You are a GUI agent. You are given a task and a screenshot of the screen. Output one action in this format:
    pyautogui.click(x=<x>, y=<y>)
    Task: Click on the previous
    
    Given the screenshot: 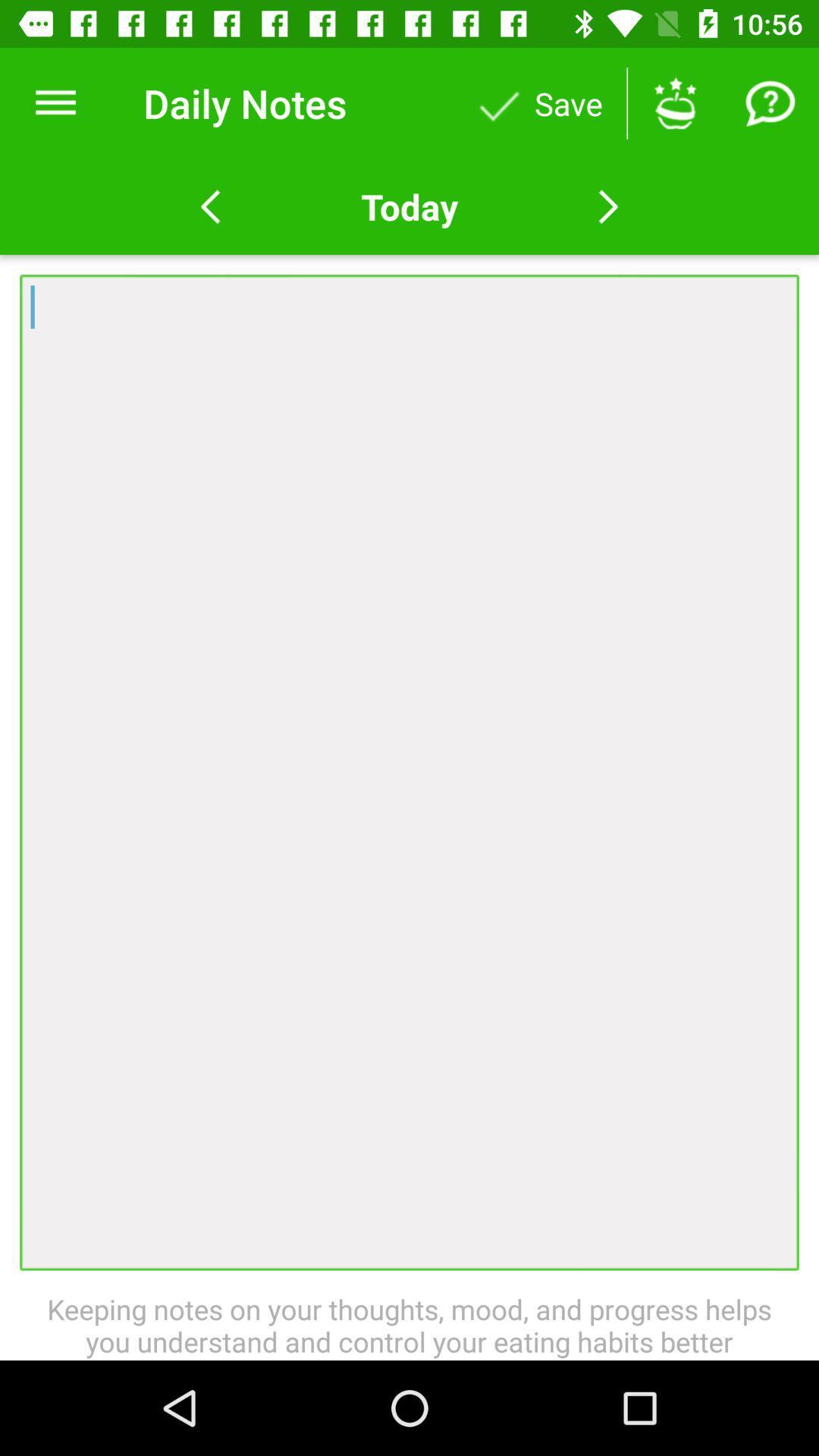 What is the action you would take?
    pyautogui.click(x=210, y=206)
    